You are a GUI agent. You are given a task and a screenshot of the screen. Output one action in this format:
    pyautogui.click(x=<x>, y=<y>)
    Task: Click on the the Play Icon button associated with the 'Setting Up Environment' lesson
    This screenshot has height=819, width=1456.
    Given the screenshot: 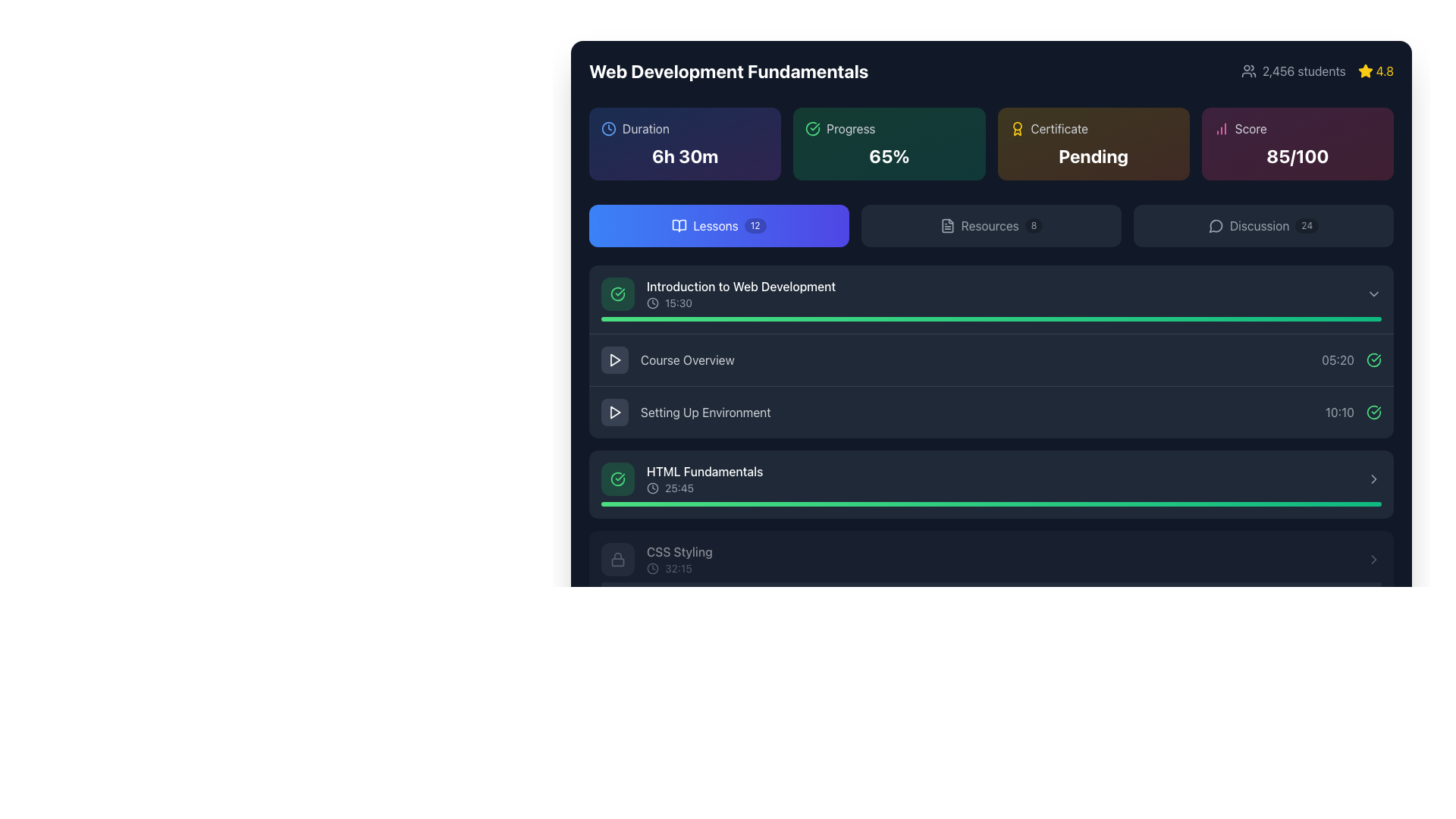 What is the action you would take?
    pyautogui.click(x=615, y=412)
    